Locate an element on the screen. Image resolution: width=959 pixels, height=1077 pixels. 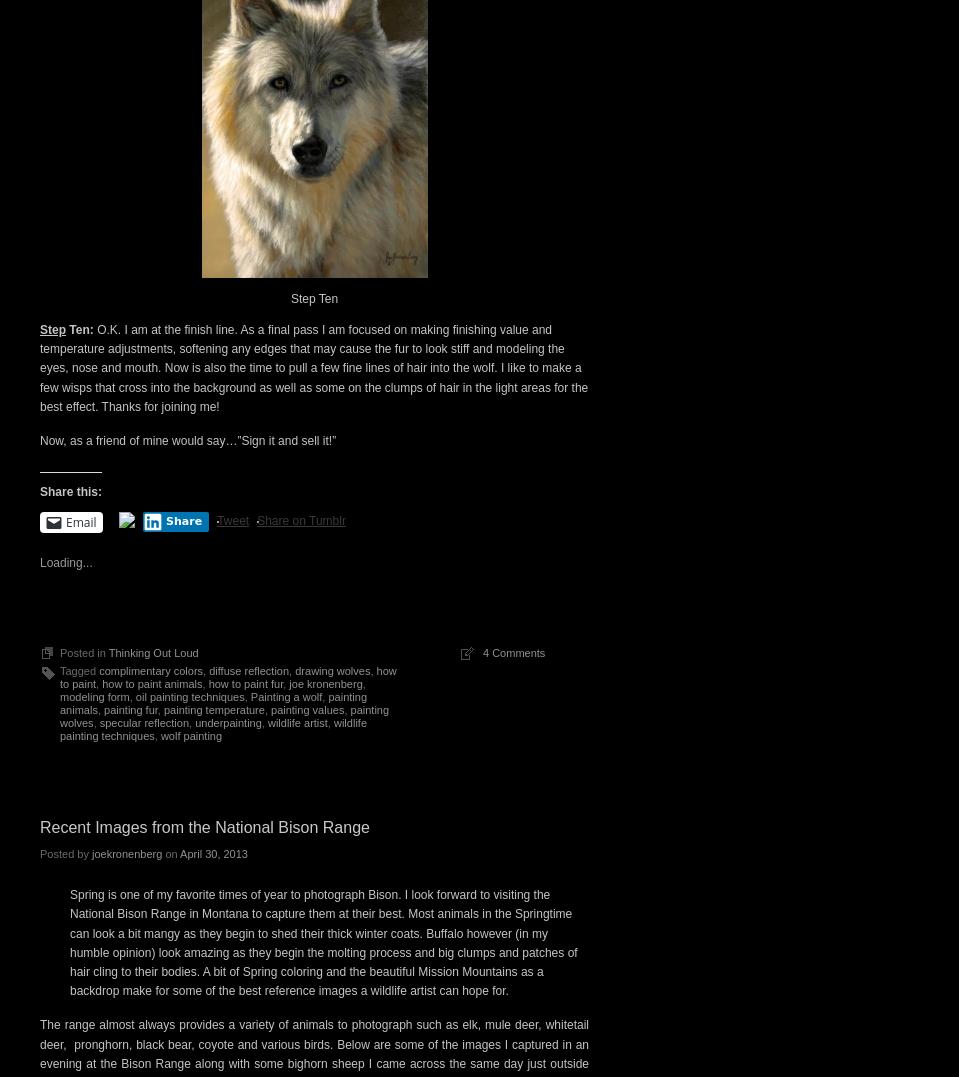
'Share this:' is located at coordinates (70, 491).